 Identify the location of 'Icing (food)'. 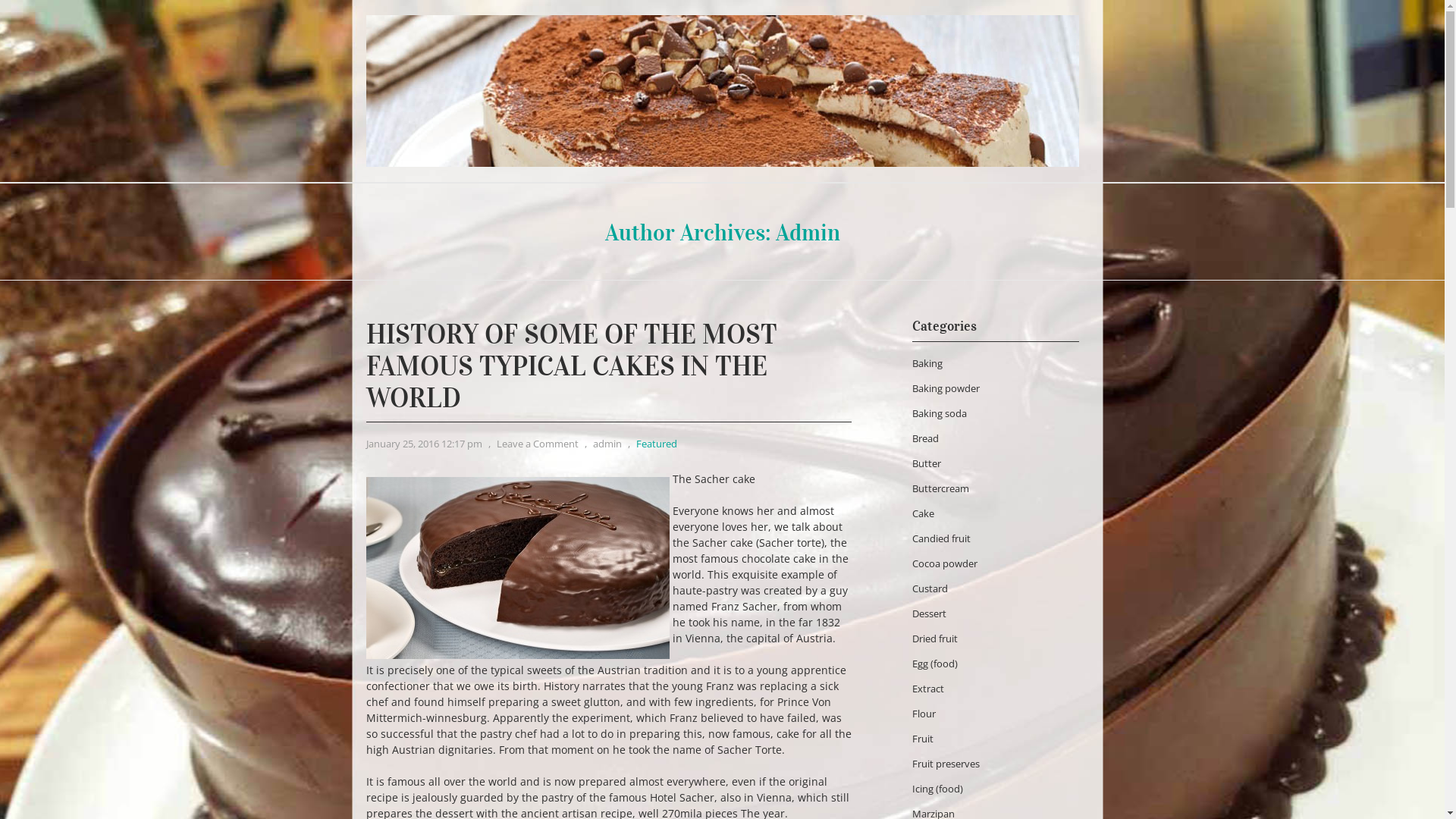
(910, 788).